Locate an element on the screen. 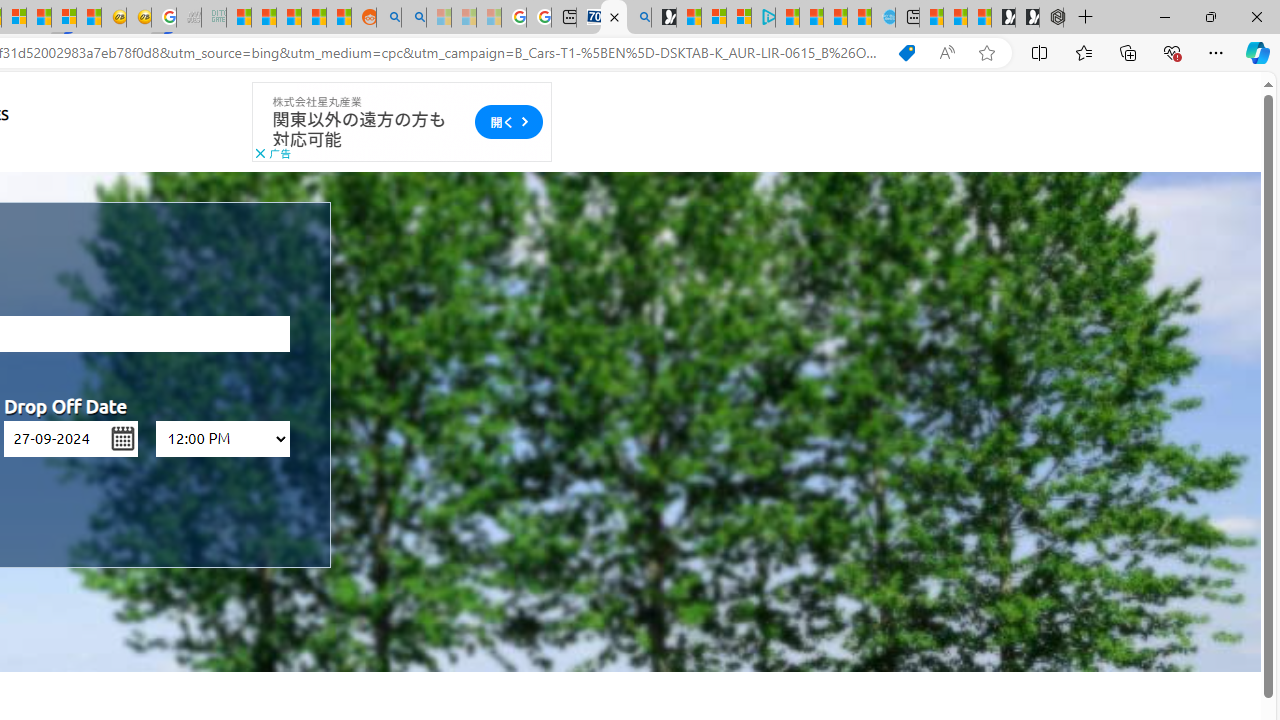  'Shopping in Microsoft Edge' is located at coordinates (905, 52).